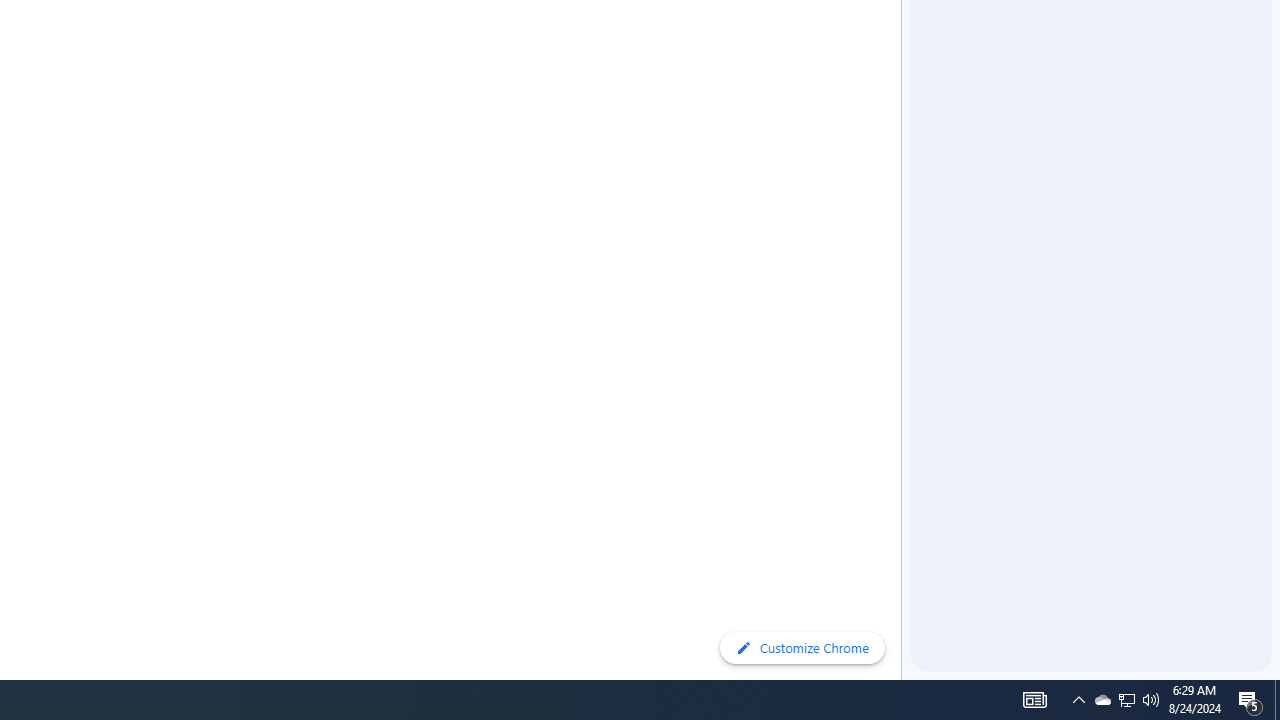  What do you see at coordinates (904, 39) in the screenshot?
I see `'Side Panel Resize Handle'` at bounding box center [904, 39].